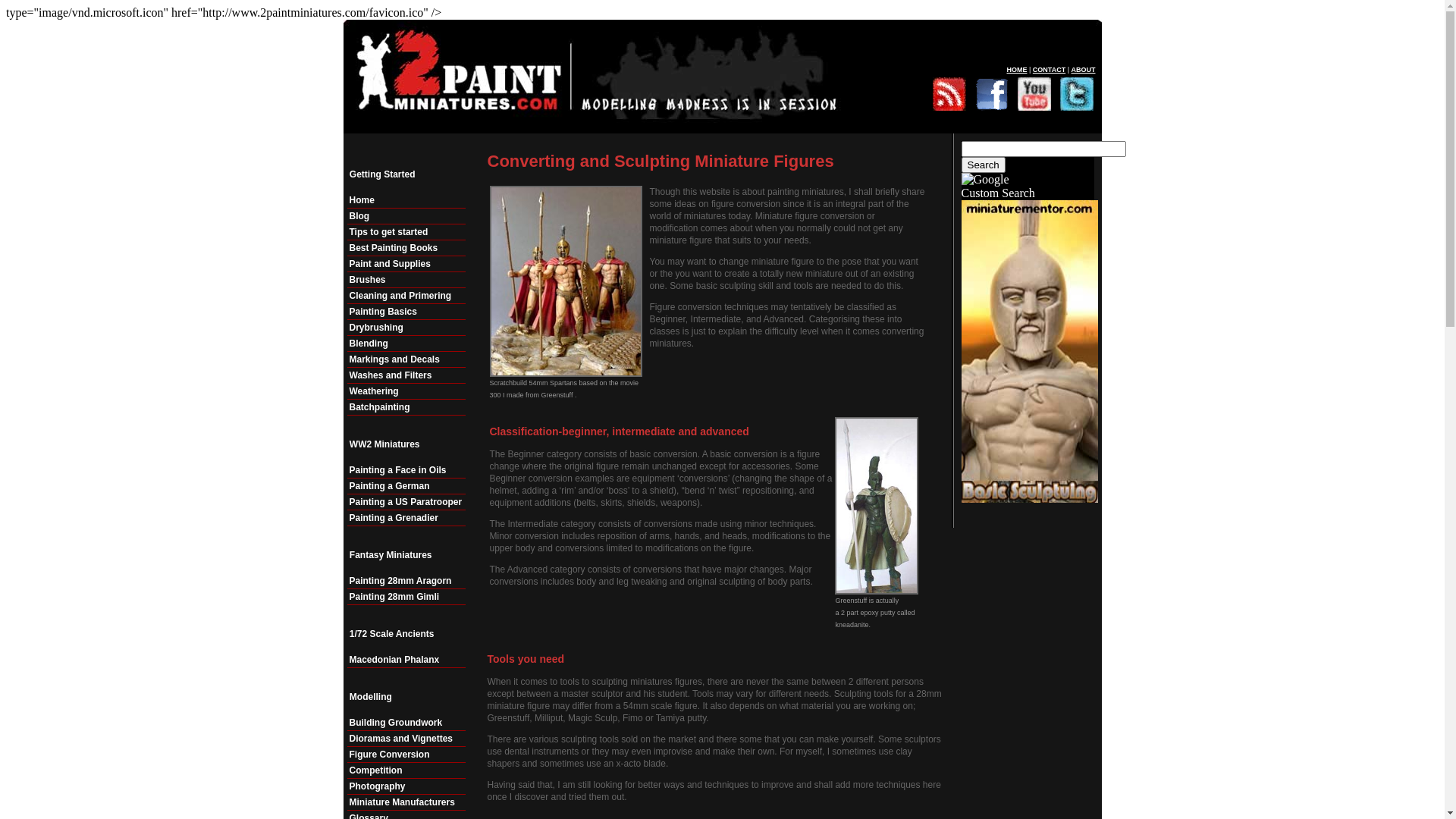  Describe the element at coordinates (406, 486) in the screenshot. I see `'Painting a German'` at that location.